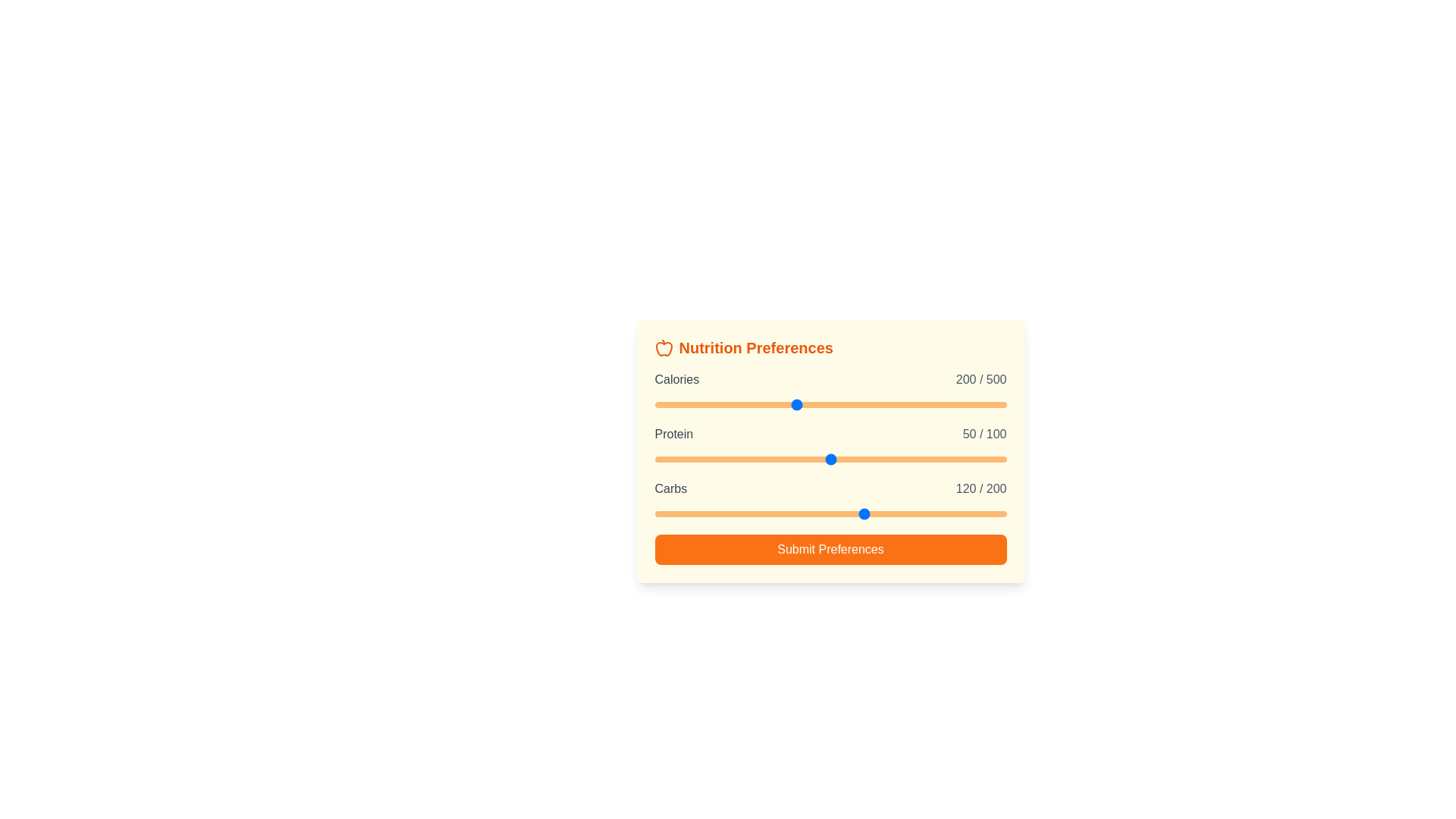 The height and width of the screenshot is (819, 1456). I want to click on calorie intake, so click(673, 403).